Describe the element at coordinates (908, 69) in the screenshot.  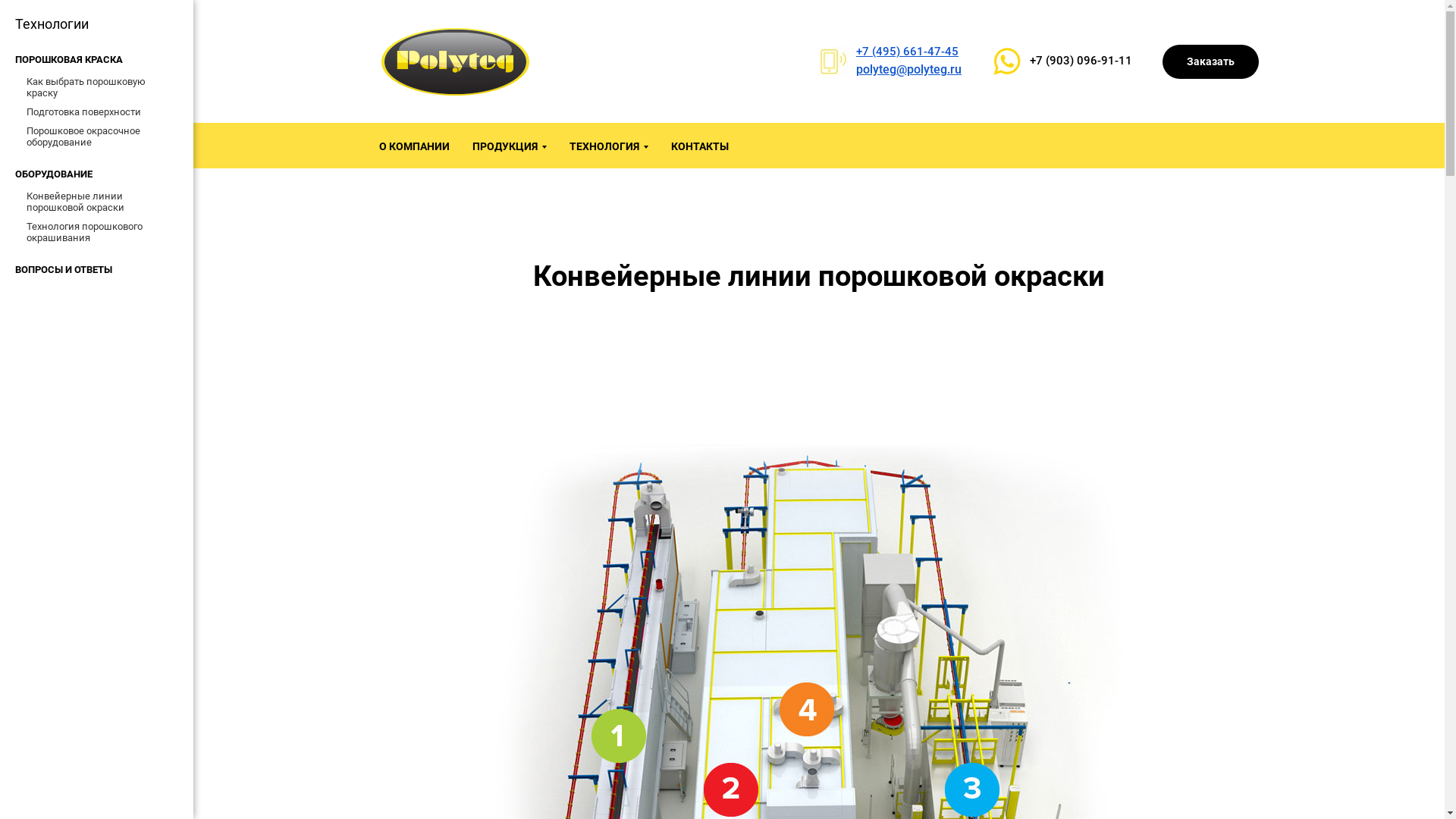
I see `'polyteg@polyteg.ru'` at that location.